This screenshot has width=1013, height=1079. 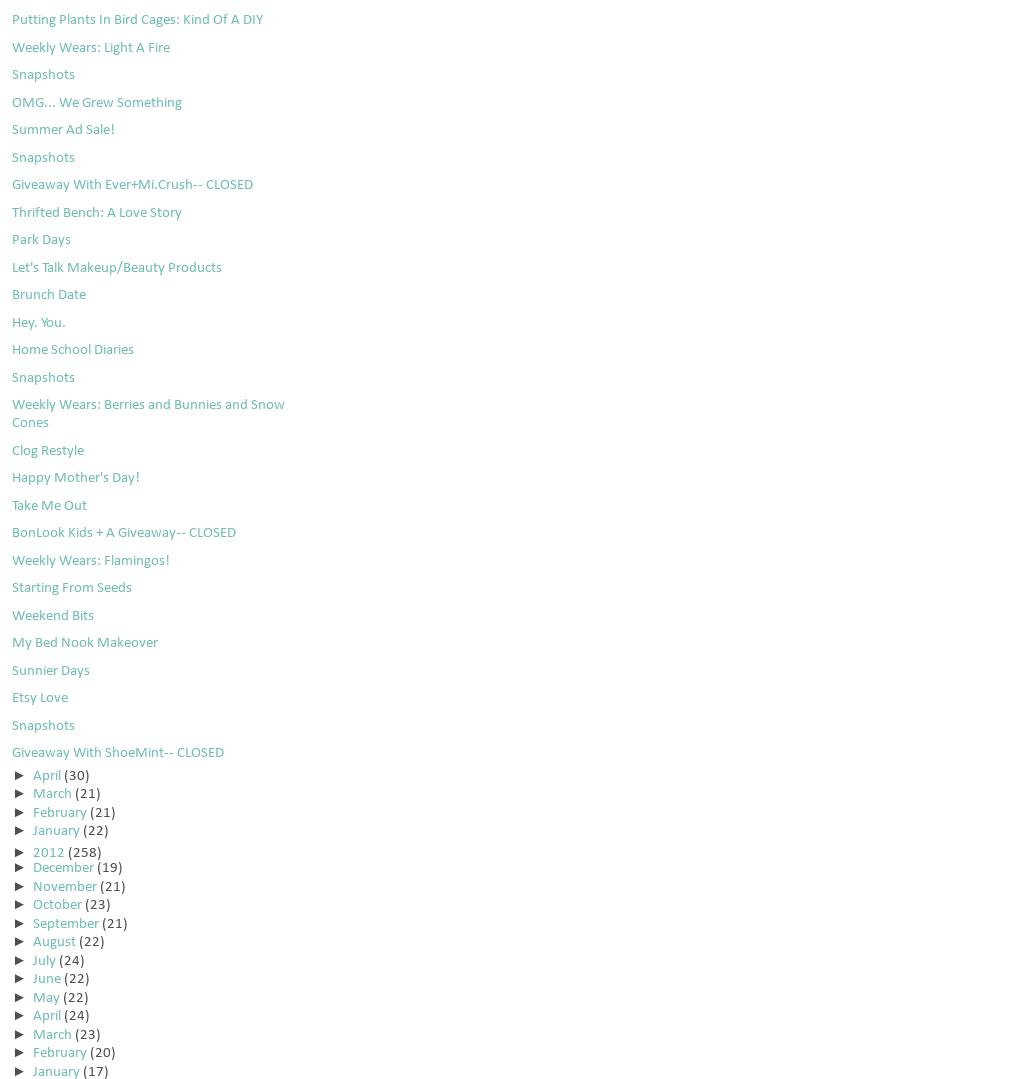 What do you see at coordinates (83, 642) in the screenshot?
I see `'My Bed Nook Makeover'` at bounding box center [83, 642].